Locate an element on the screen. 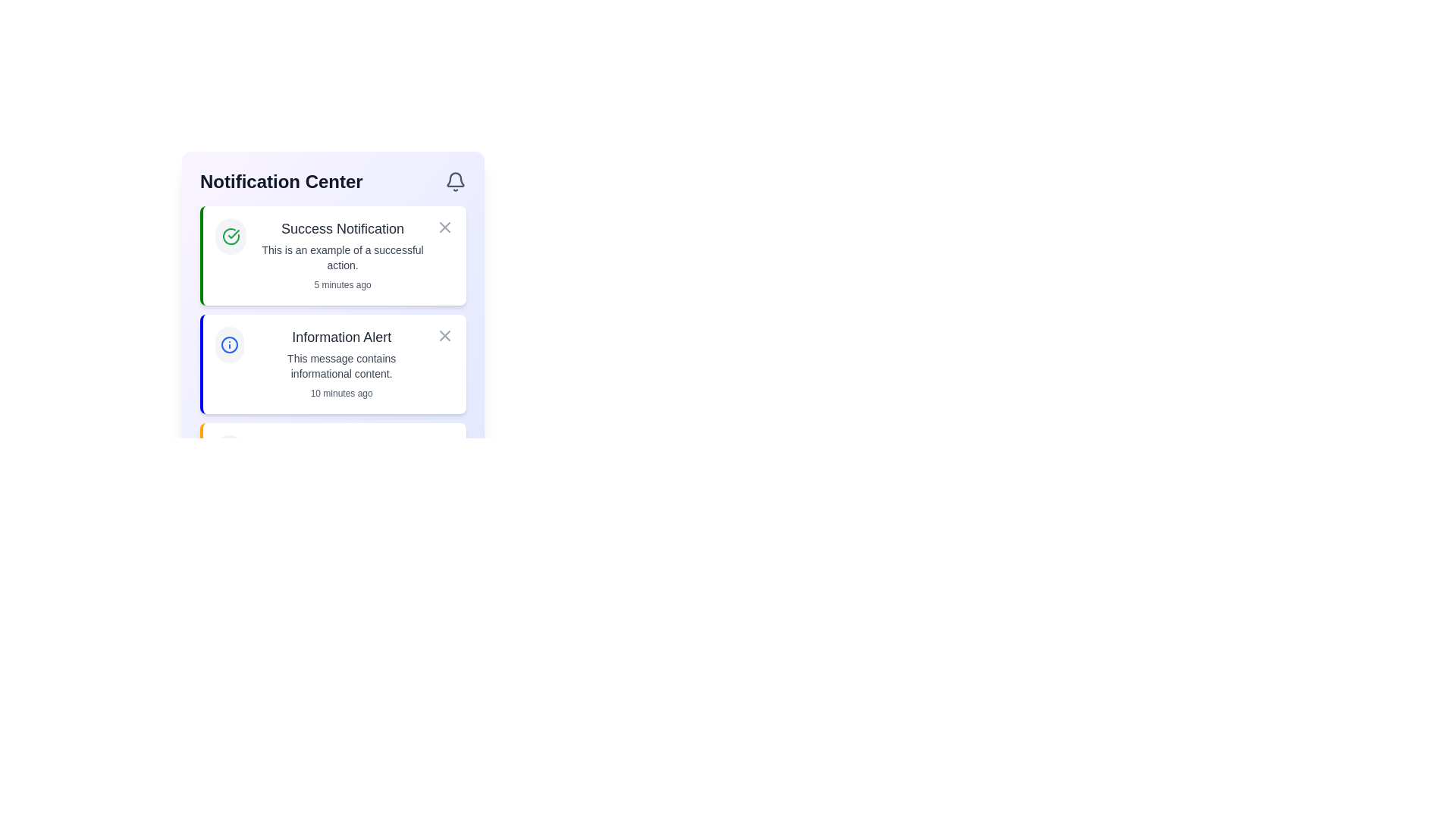 This screenshot has width=1456, height=819. the small diagonal cross icon located in the upper-right part of the 'Success Notification' card is located at coordinates (444, 335).